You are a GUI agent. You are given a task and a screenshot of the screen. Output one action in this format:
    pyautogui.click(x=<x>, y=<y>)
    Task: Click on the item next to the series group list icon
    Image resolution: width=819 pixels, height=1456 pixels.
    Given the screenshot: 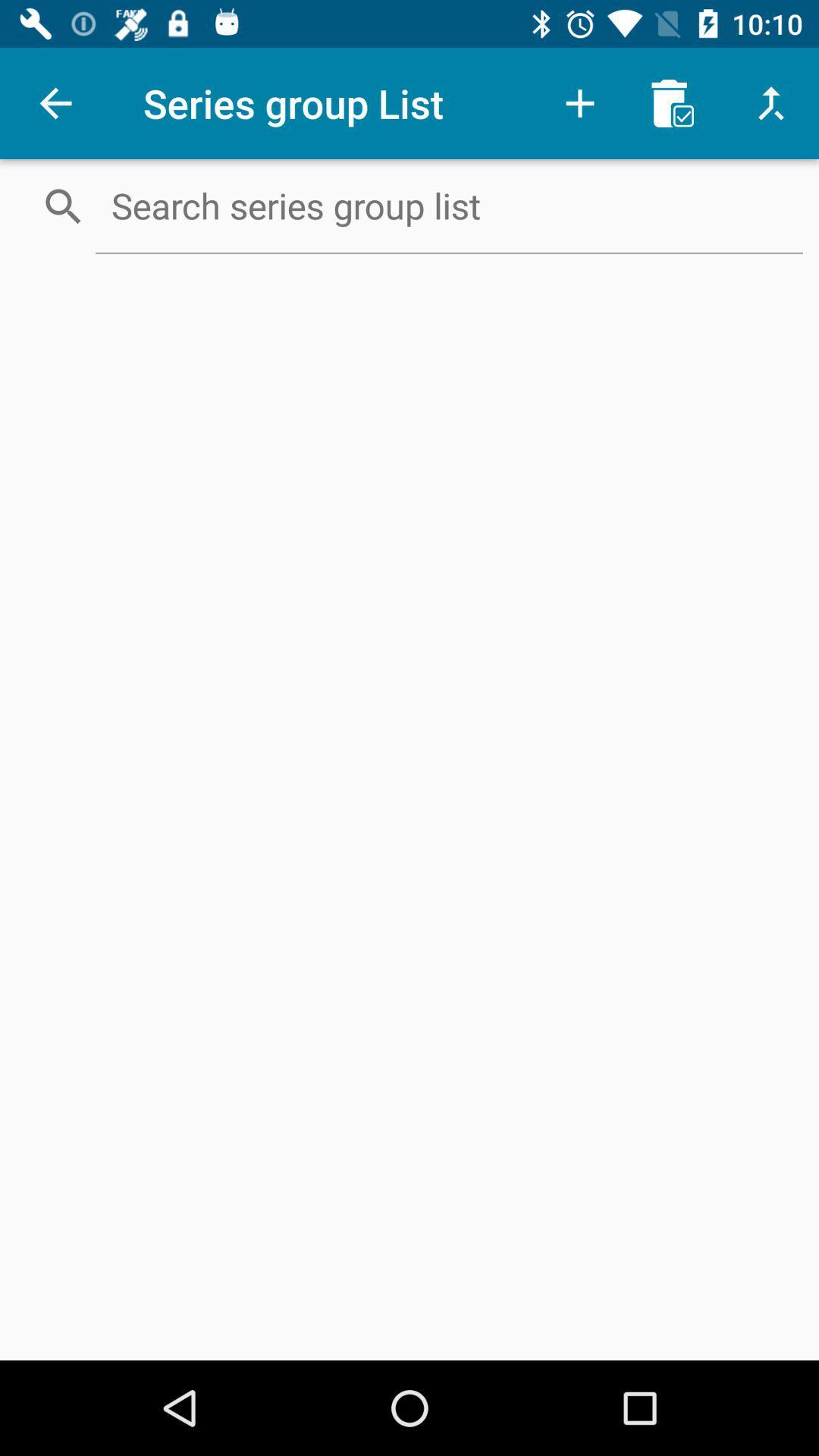 What is the action you would take?
    pyautogui.click(x=55, y=102)
    